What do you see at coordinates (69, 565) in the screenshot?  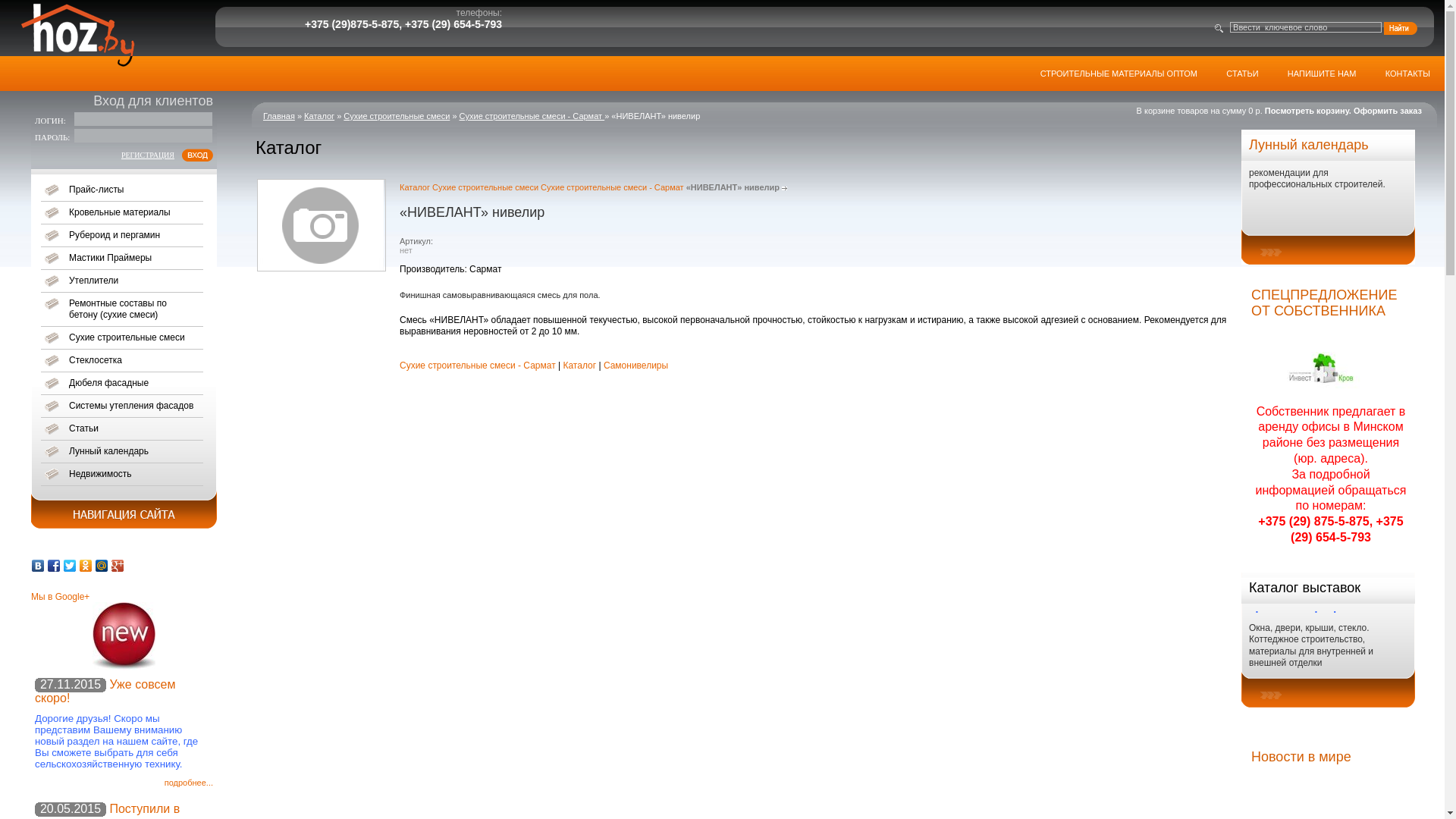 I see `'Twitter'` at bounding box center [69, 565].